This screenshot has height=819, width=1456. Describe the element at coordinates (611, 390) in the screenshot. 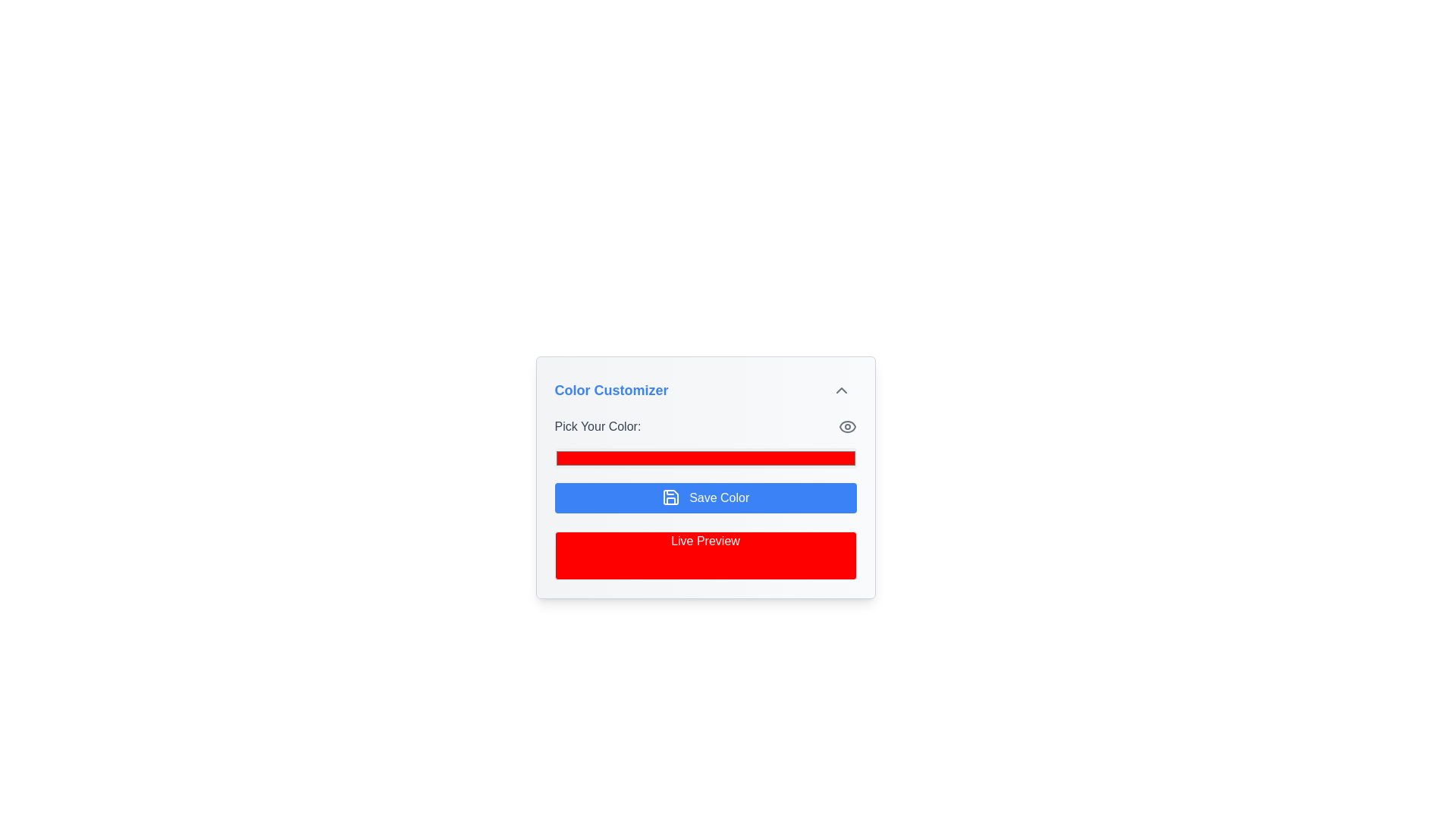

I see `the text label indicating the functionality of the color customization panel, which is located at the top-left corner of the panel` at that location.